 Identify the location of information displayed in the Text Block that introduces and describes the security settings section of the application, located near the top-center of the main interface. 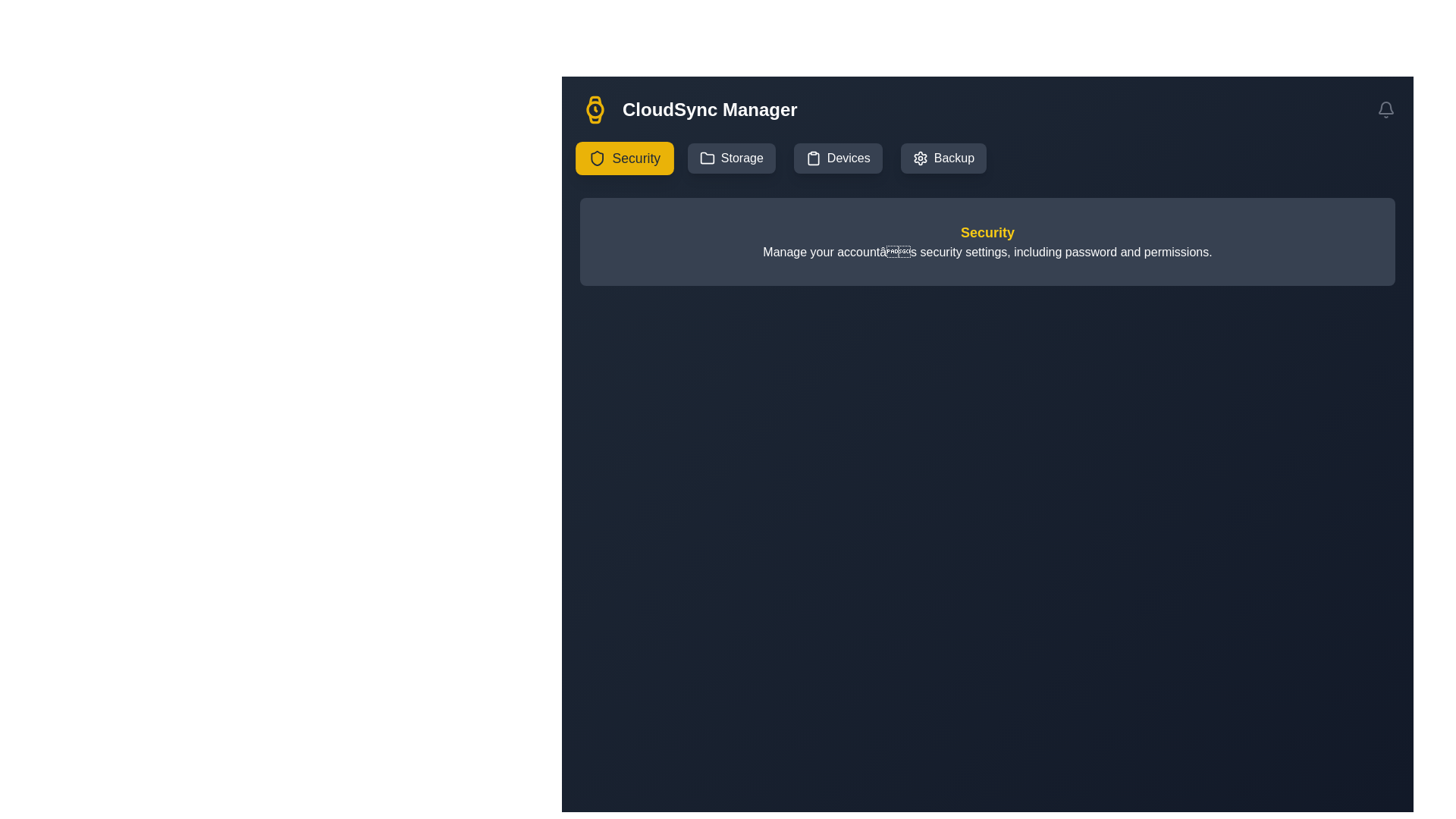
(987, 241).